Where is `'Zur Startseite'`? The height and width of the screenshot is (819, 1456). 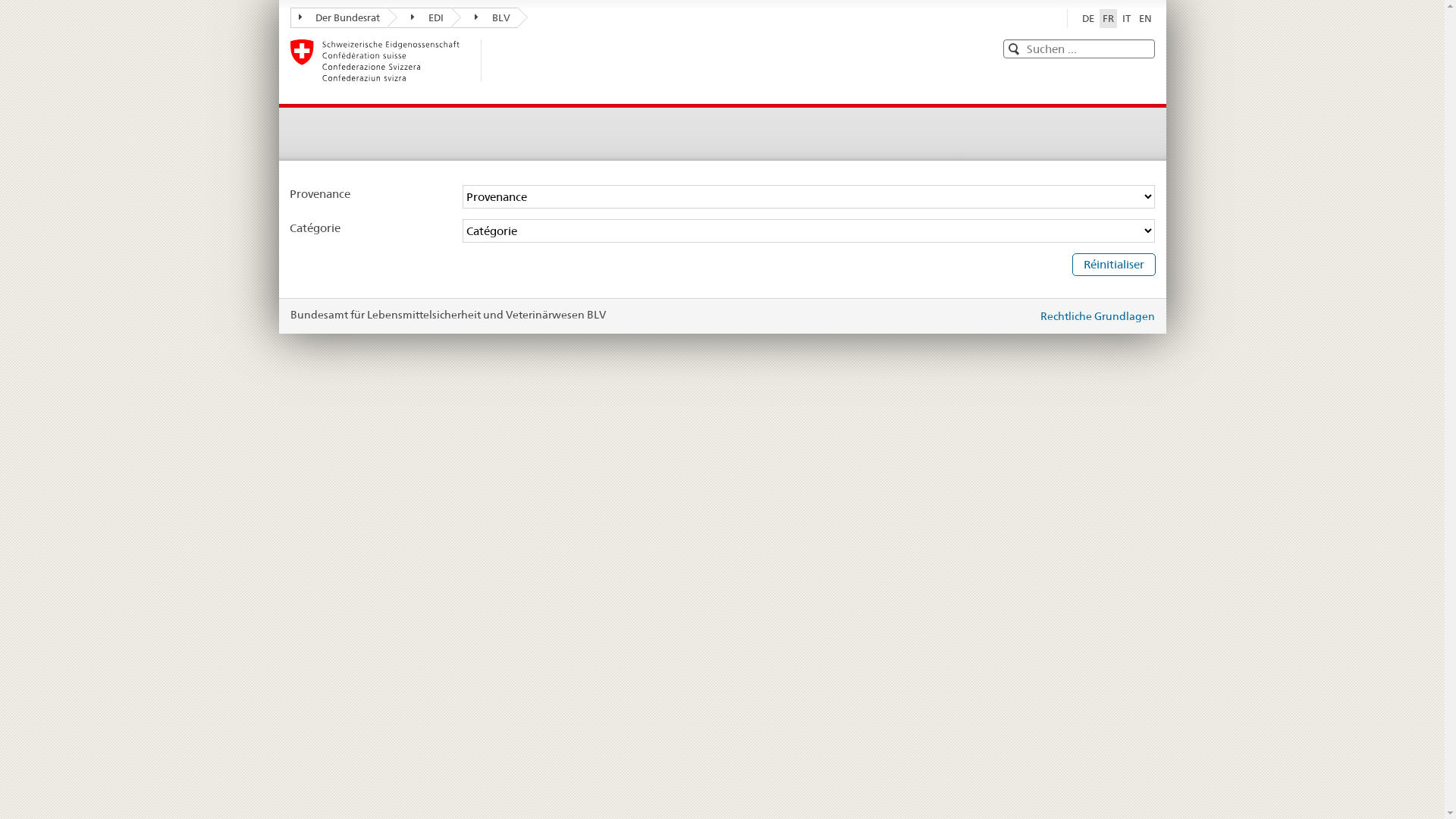 'Zur Startseite' is located at coordinates (385, 60).